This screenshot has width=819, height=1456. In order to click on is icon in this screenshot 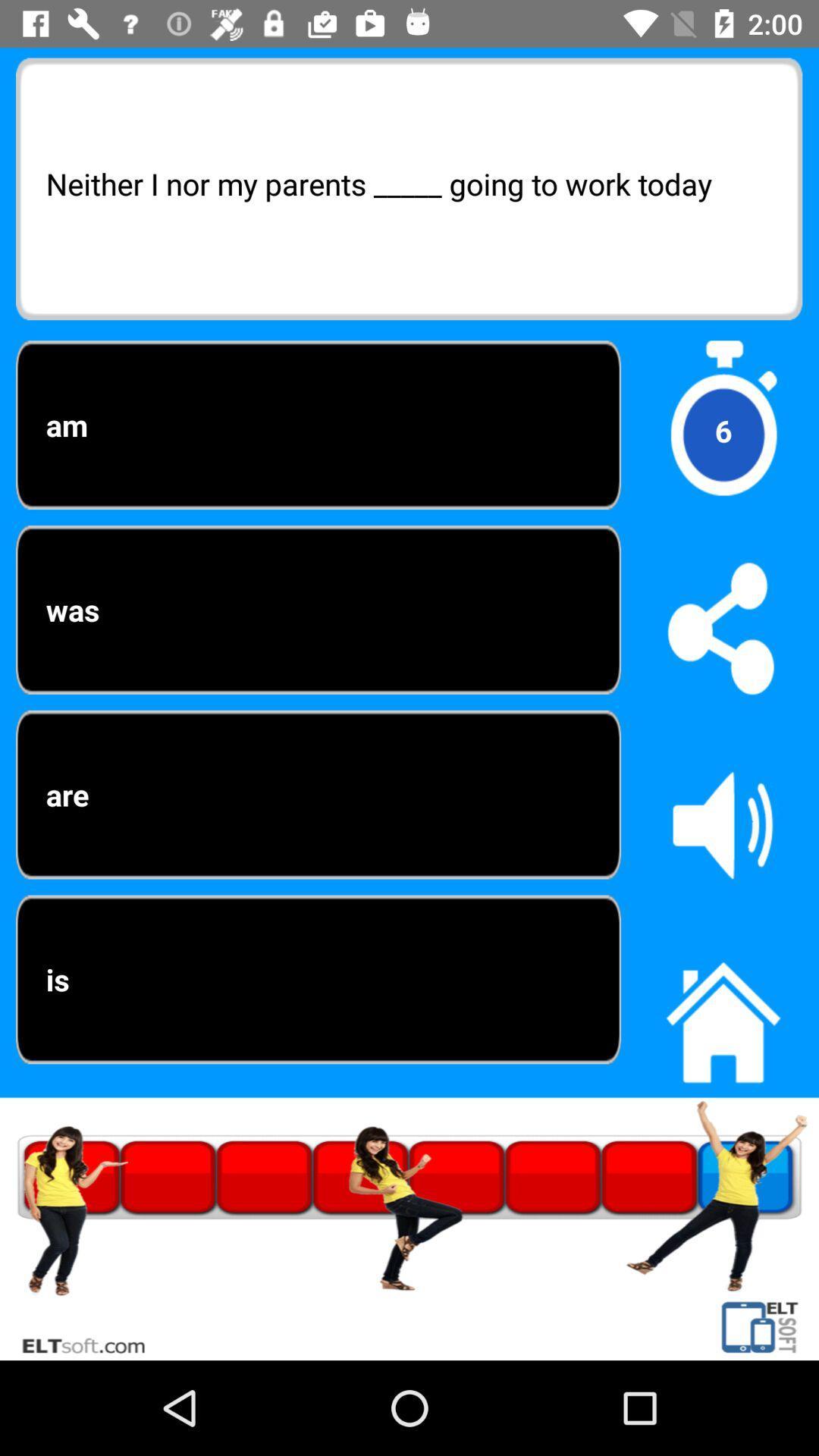, I will do `click(318, 979)`.